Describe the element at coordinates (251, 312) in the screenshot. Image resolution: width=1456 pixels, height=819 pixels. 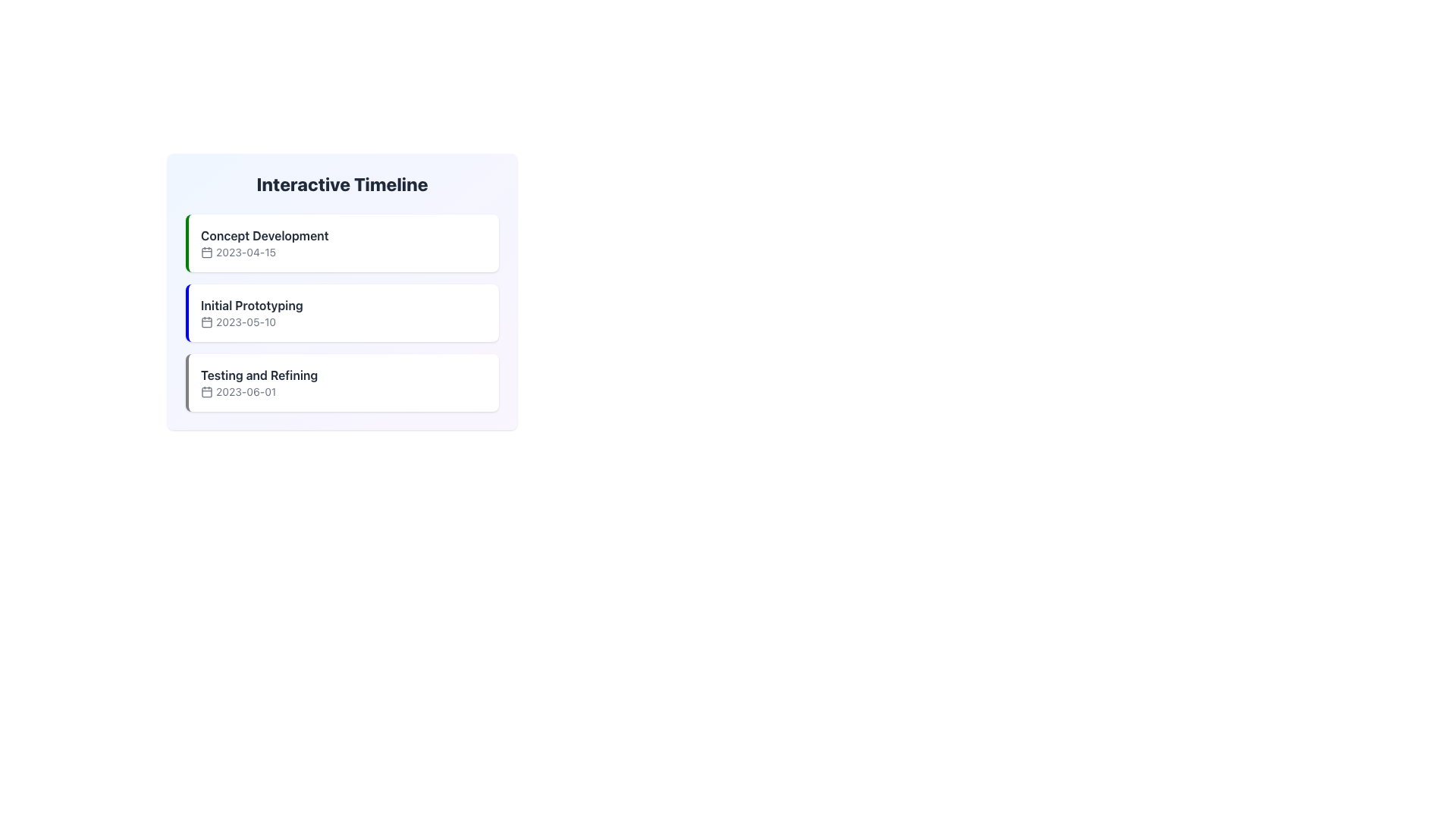
I see `to select the timeline entry represented by the text block with an associated calendar icon, which is the second item in a vertical list of three items` at that location.